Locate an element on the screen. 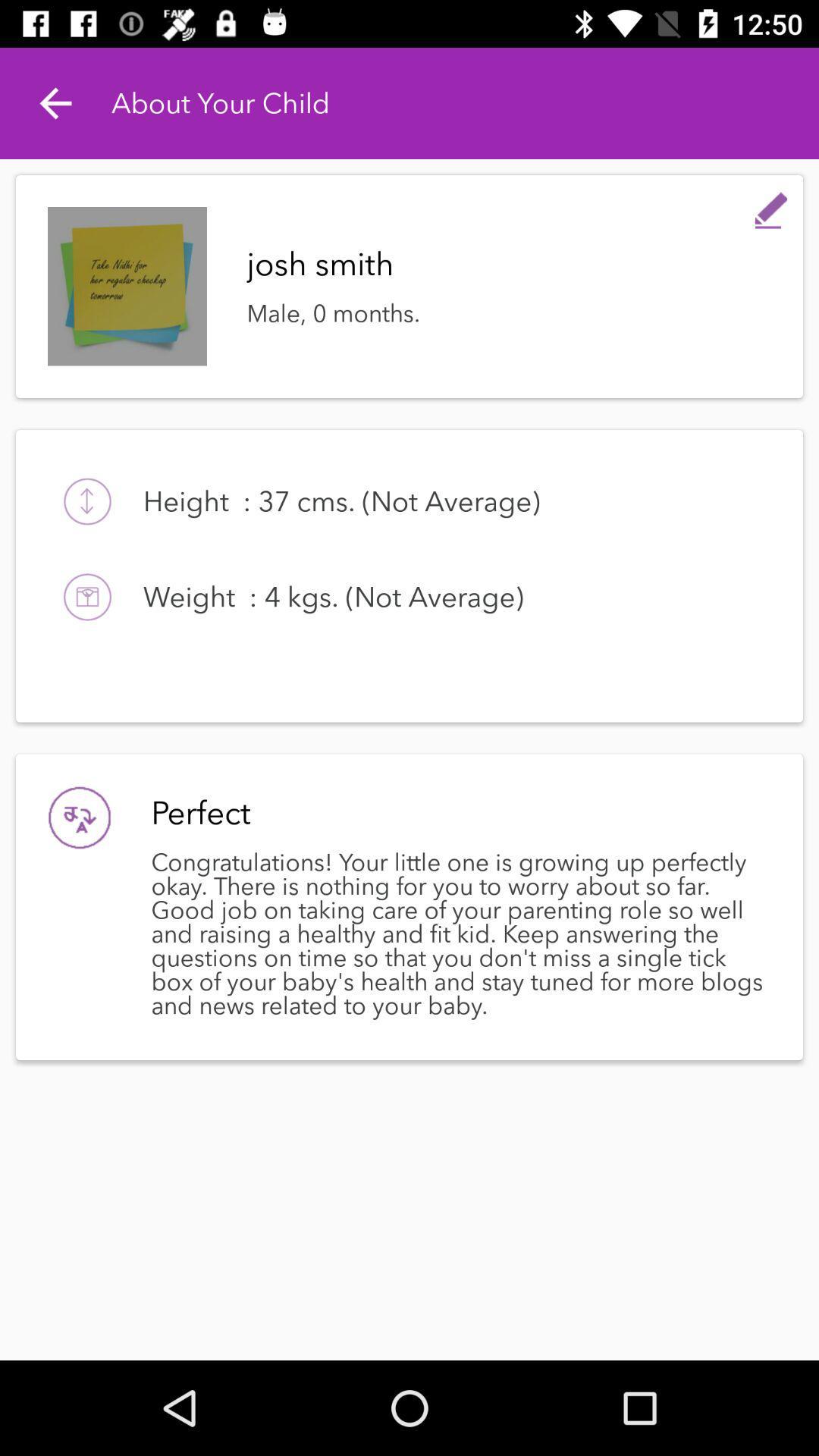 Image resolution: width=819 pixels, height=1456 pixels. edit is located at coordinates (771, 206).